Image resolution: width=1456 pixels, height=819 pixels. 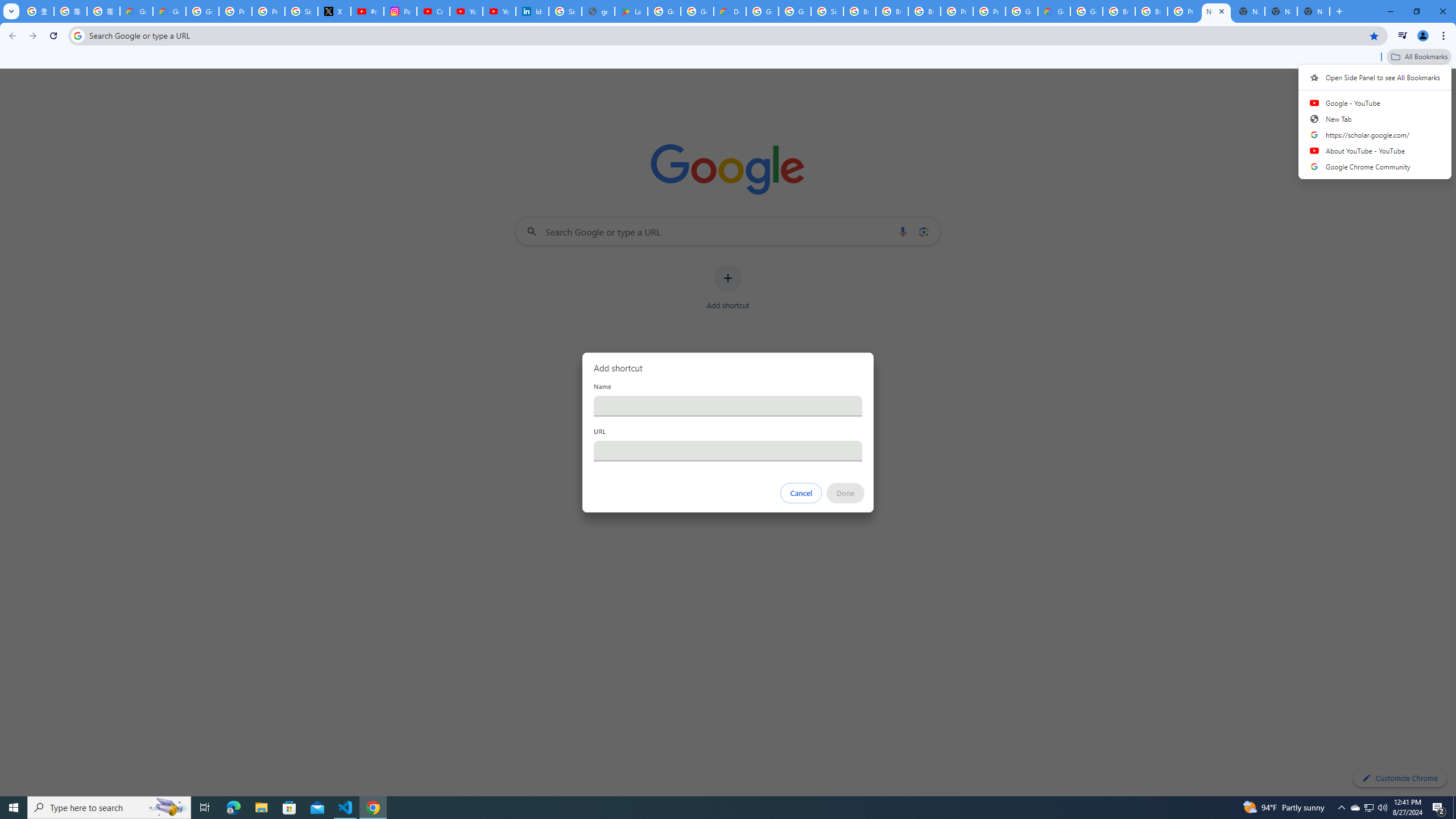 What do you see at coordinates (11, 11) in the screenshot?
I see `'Search tabs'` at bounding box center [11, 11].